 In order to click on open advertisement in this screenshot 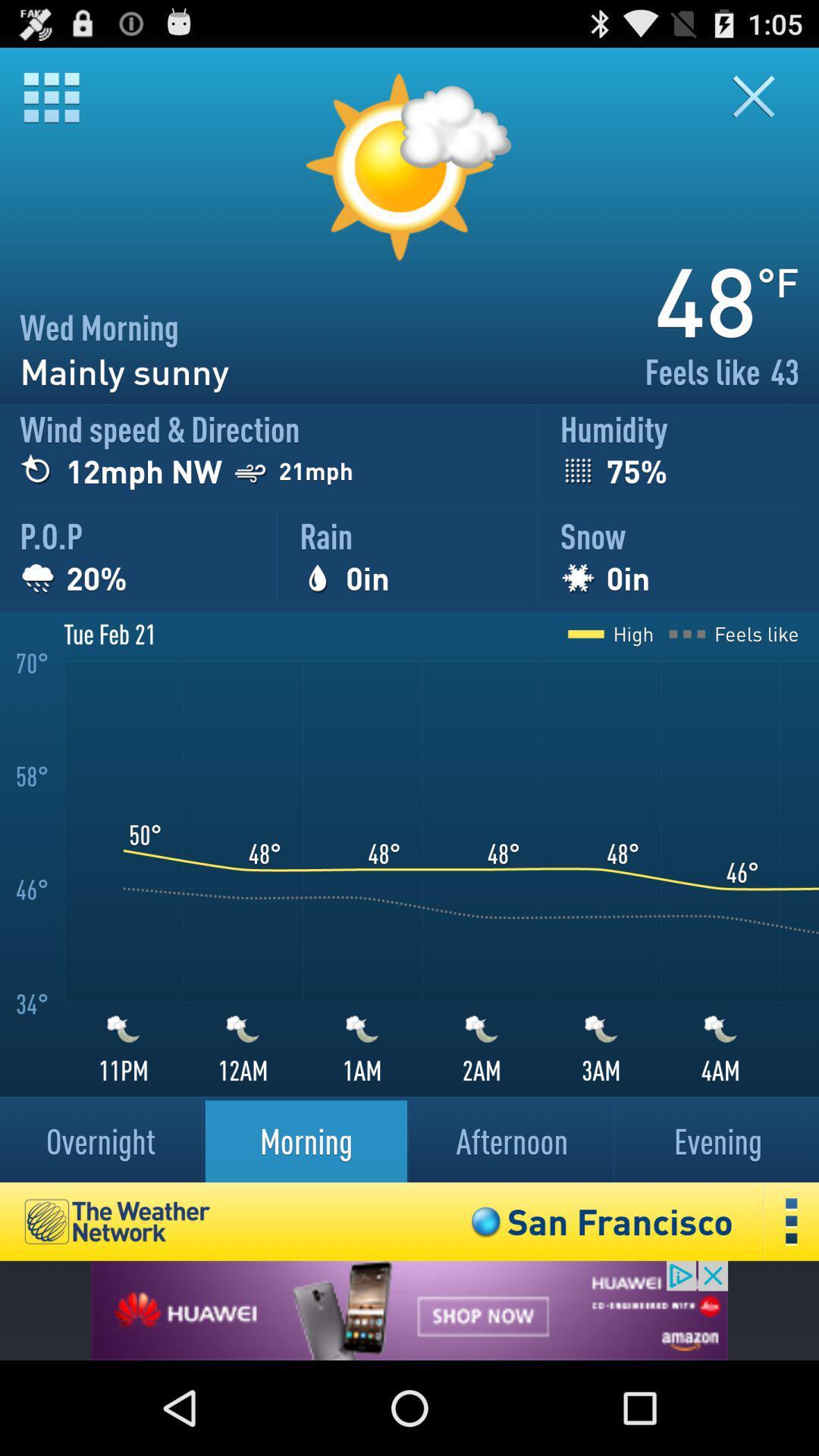, I will do `click(409, 1310)`.